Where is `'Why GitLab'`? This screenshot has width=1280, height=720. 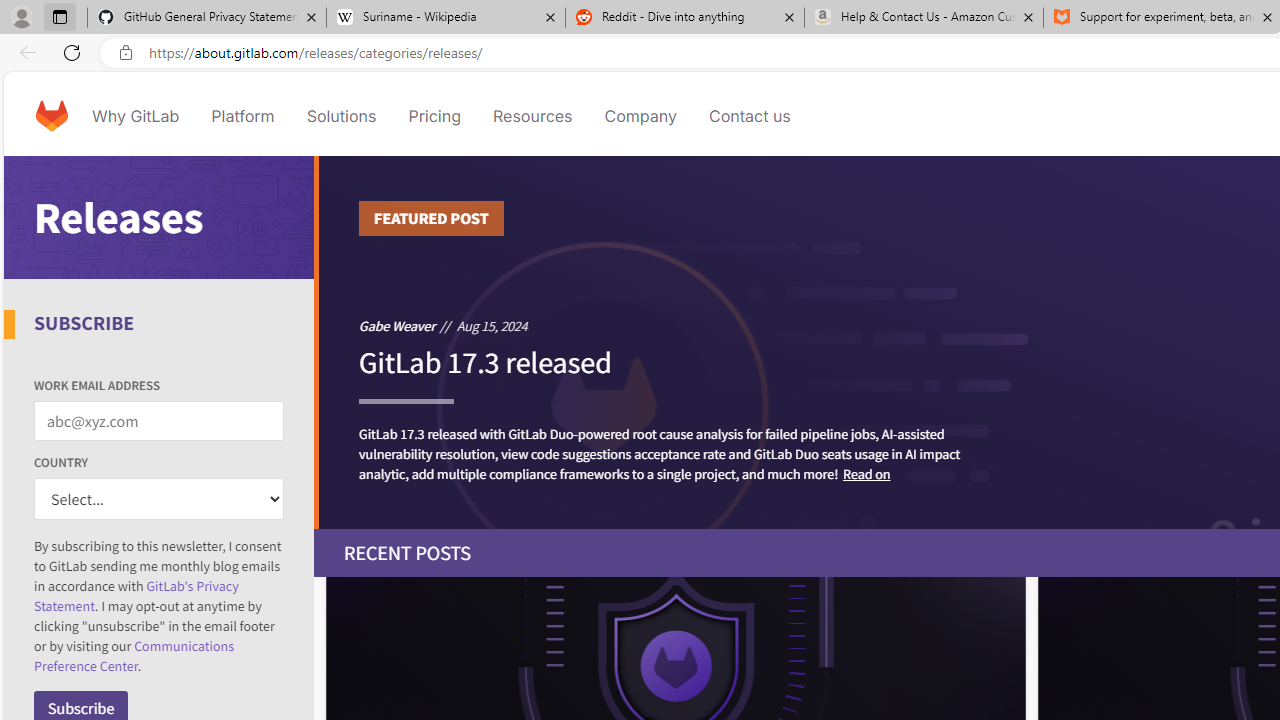
'Why GitLab' is located at coordinates (135, 115).